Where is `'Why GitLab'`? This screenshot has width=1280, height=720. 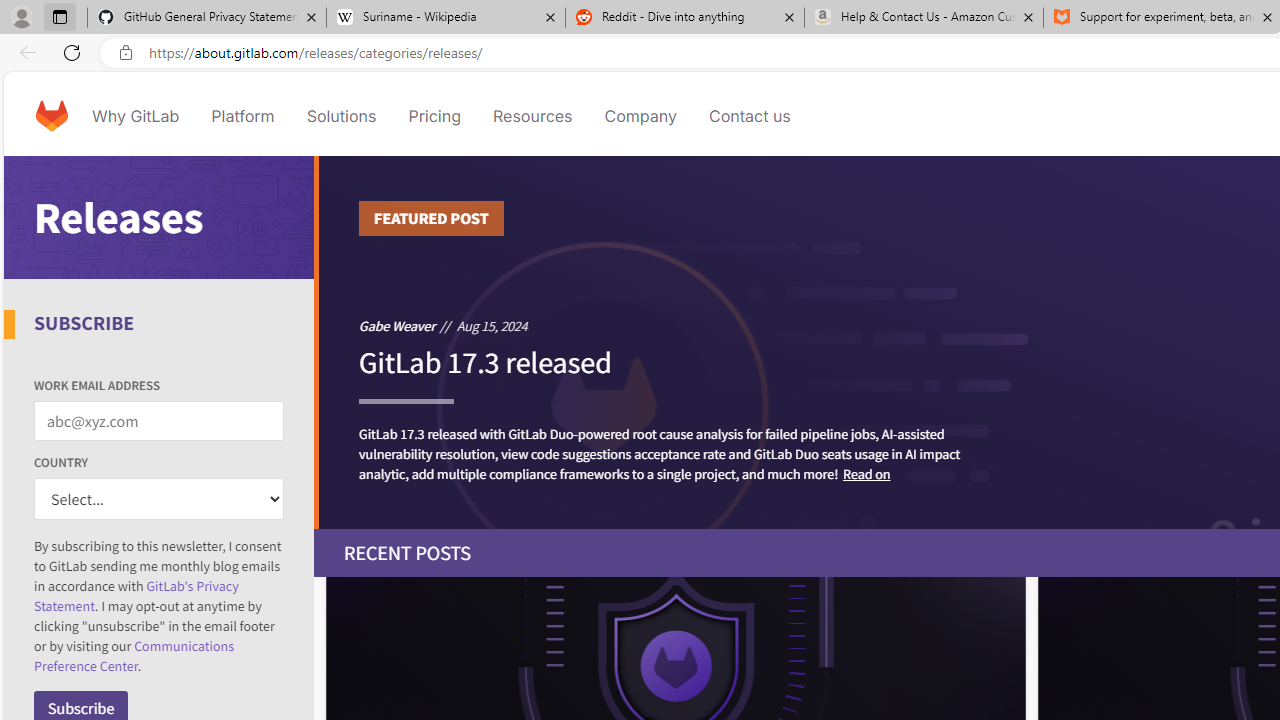
'Why GitLab' is located at coordinates (135, 115).